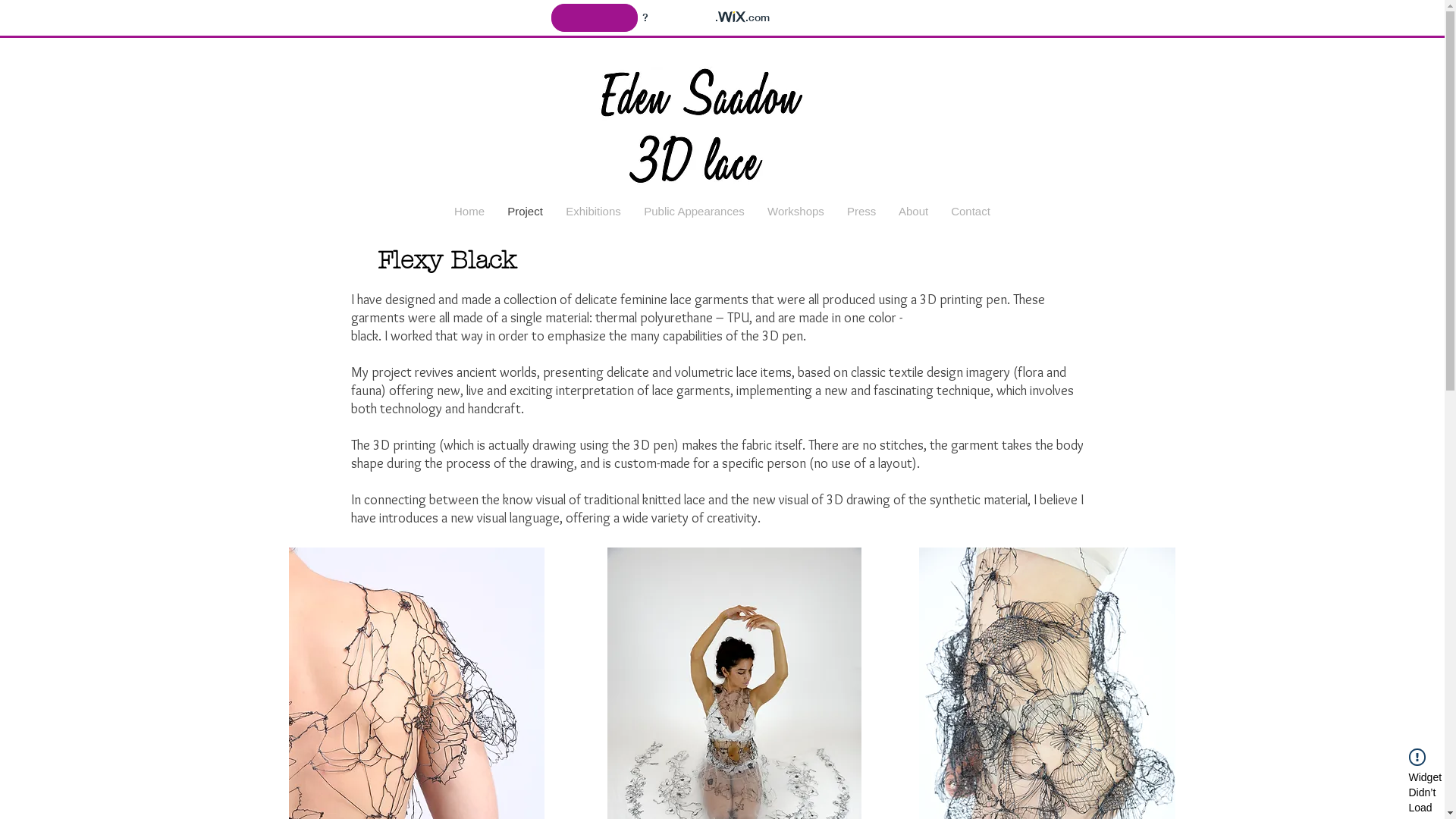  Describe the element at coordinates (592, 211) in the screenshot. I see `'Exhibitions'` at that location.